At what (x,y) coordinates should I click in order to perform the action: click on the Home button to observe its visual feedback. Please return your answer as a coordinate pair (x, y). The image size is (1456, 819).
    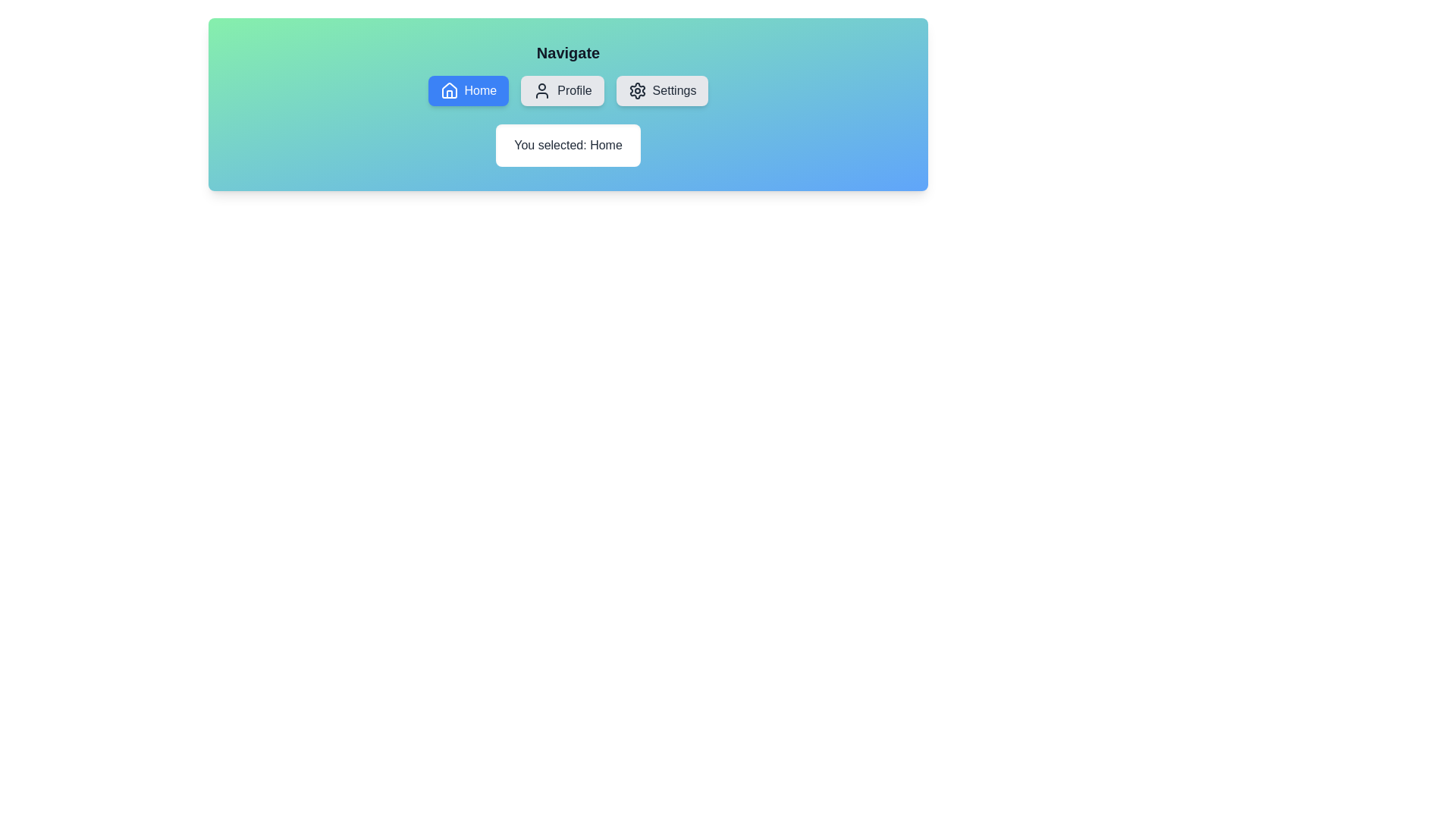
    Looking at the image, I should click on (467, 90).